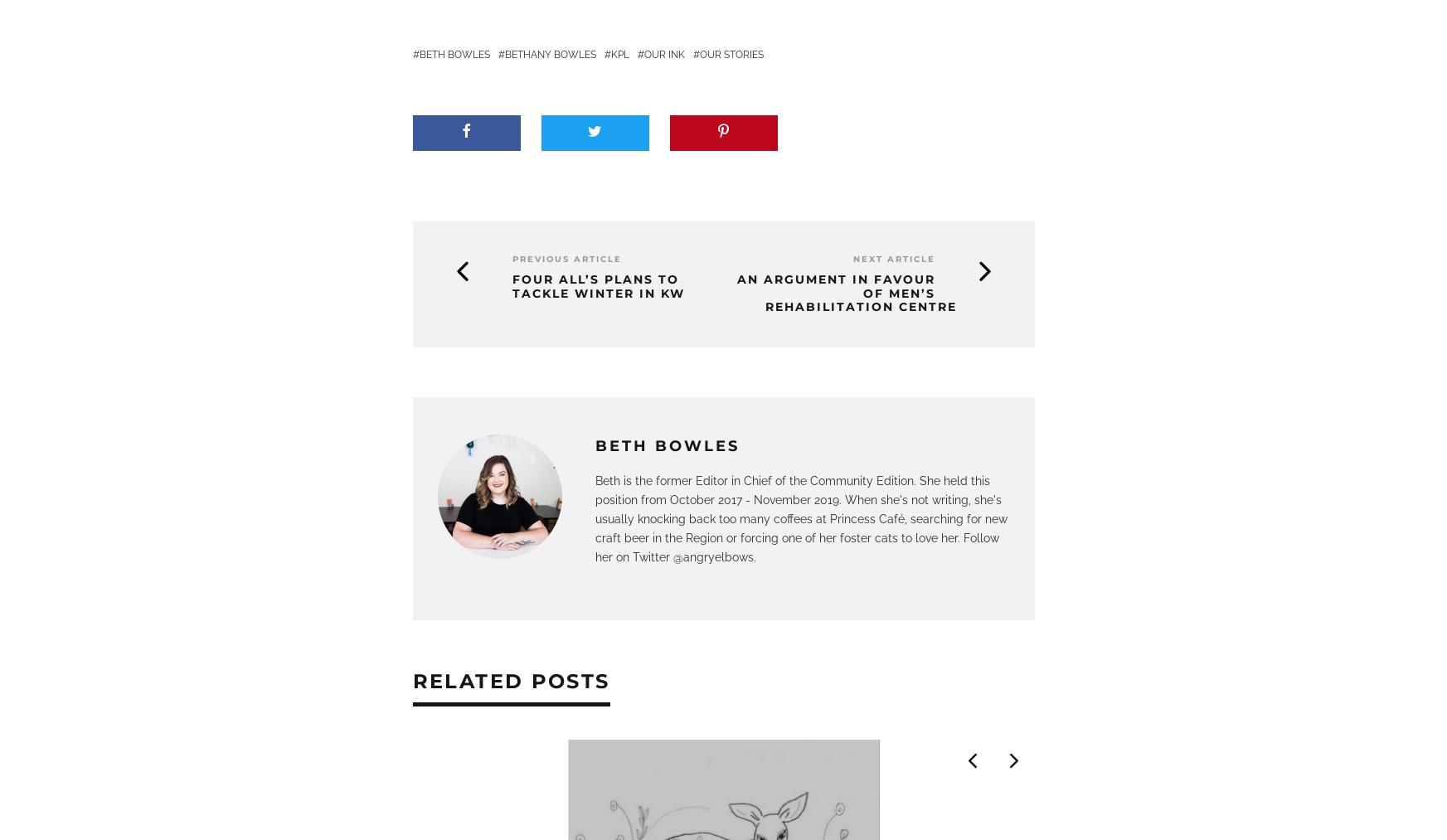  I want to click on 'Bethany Bowles', so click(548, 54).